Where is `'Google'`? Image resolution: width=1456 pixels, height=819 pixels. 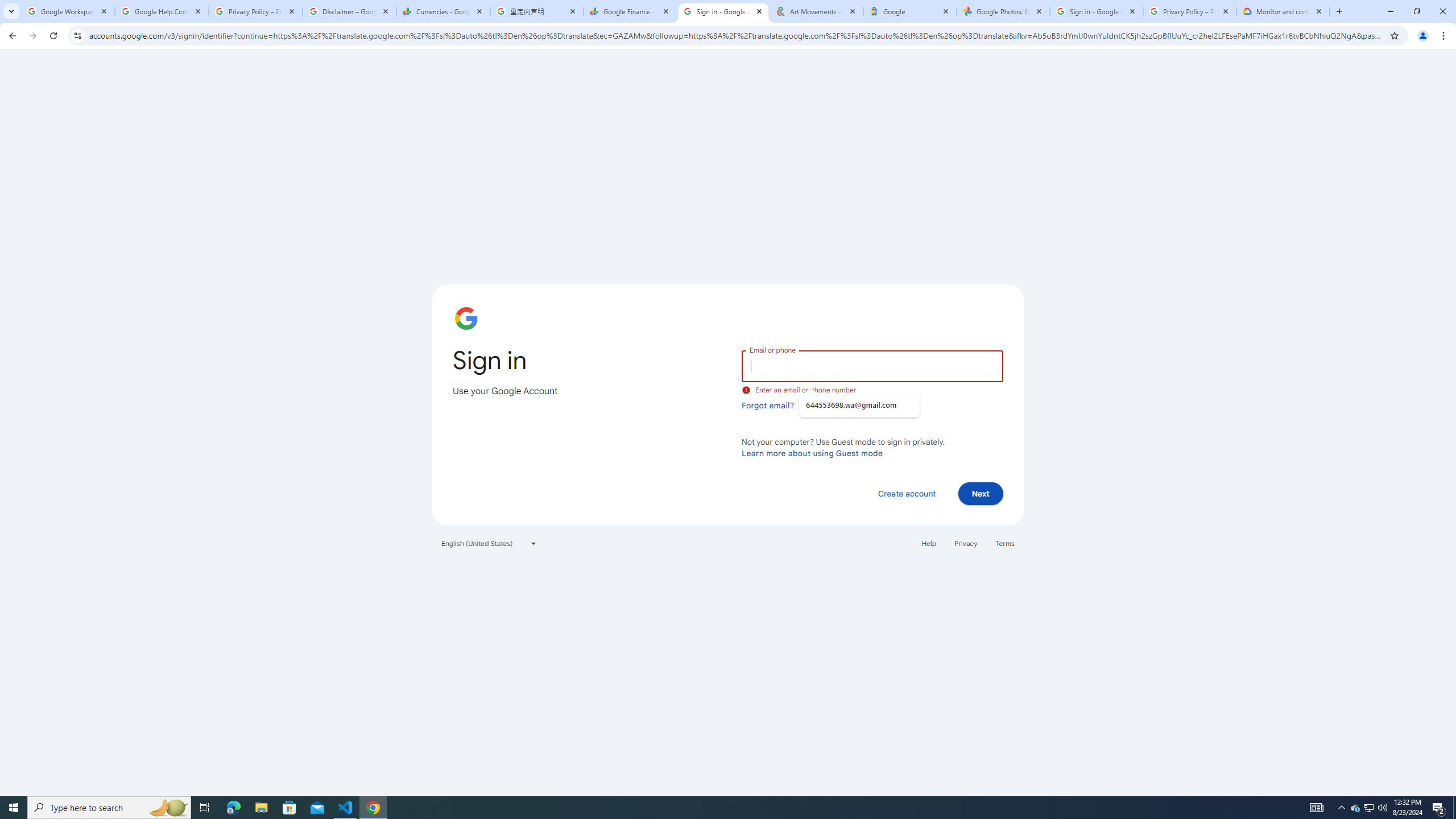 'Google' is located at coordinates (909, 11).